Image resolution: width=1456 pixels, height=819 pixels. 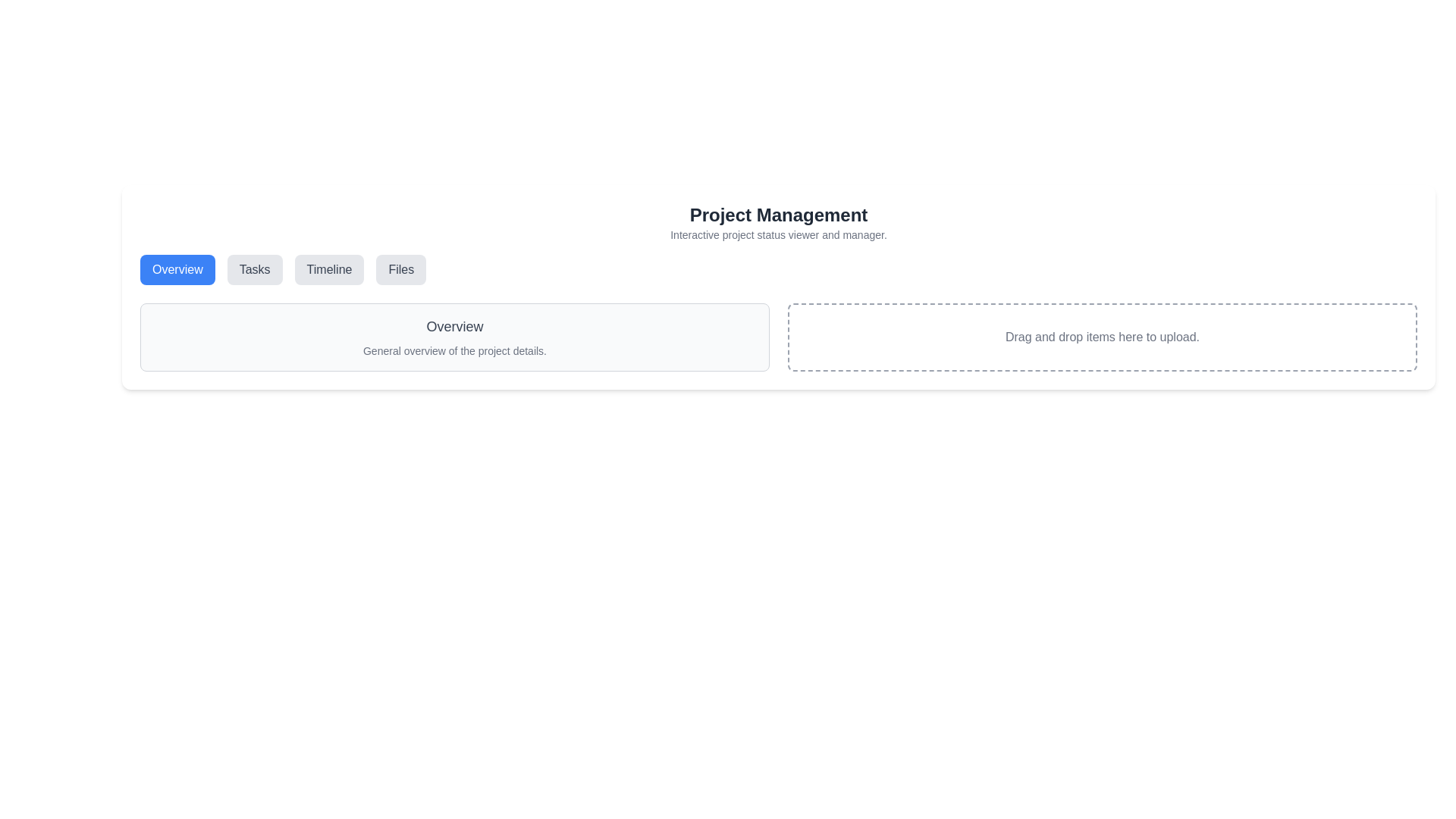 What do you see at coordinates (779, 215) in the screenshot?
I see `the title text 'Project Management' which is styled in bold and located centrally in the header section of the UI` at bounding box center [779, 215].